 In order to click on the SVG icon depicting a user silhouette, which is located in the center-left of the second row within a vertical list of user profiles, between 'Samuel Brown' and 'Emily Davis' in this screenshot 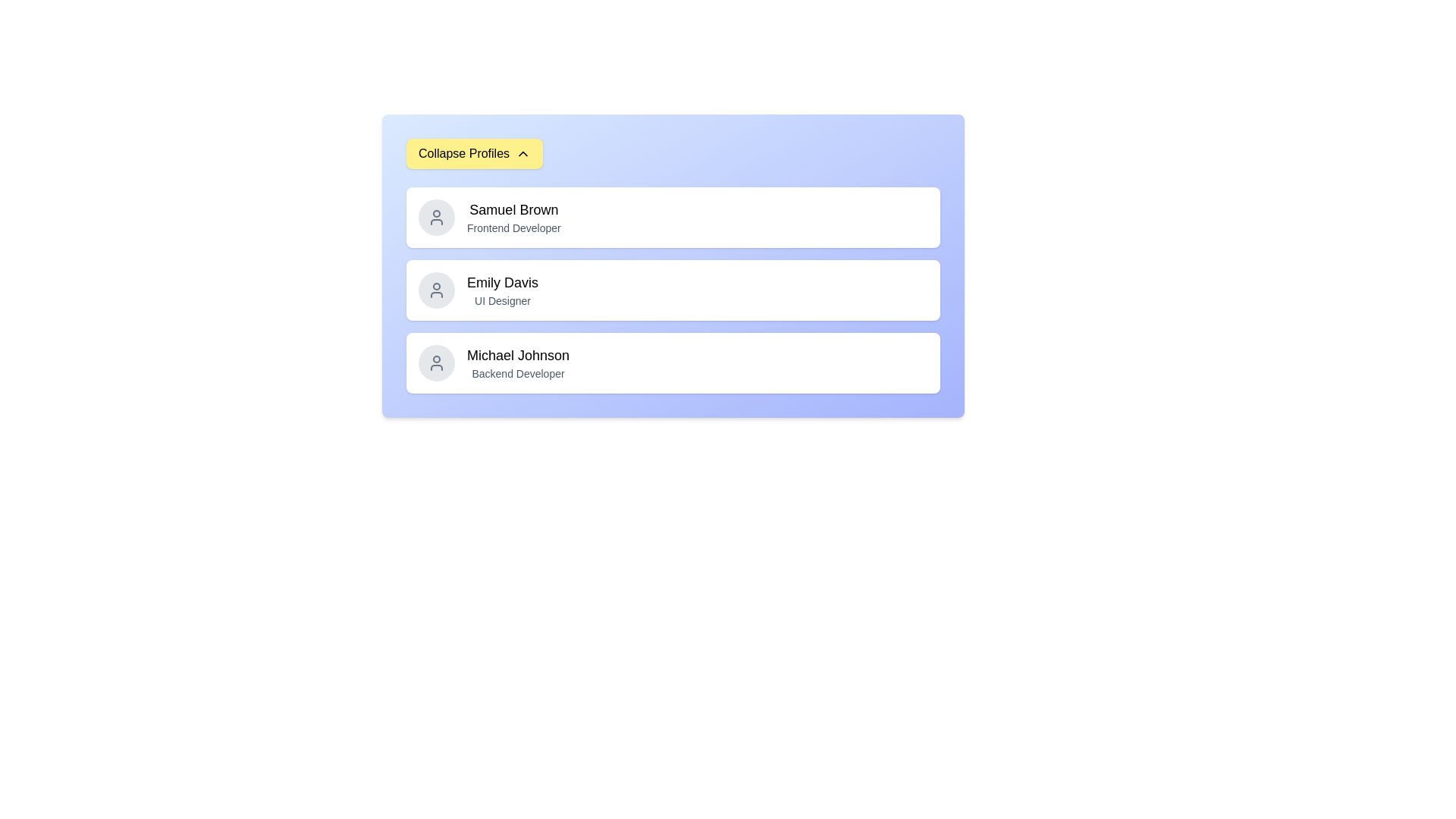, I will do `click(436, 290)`.